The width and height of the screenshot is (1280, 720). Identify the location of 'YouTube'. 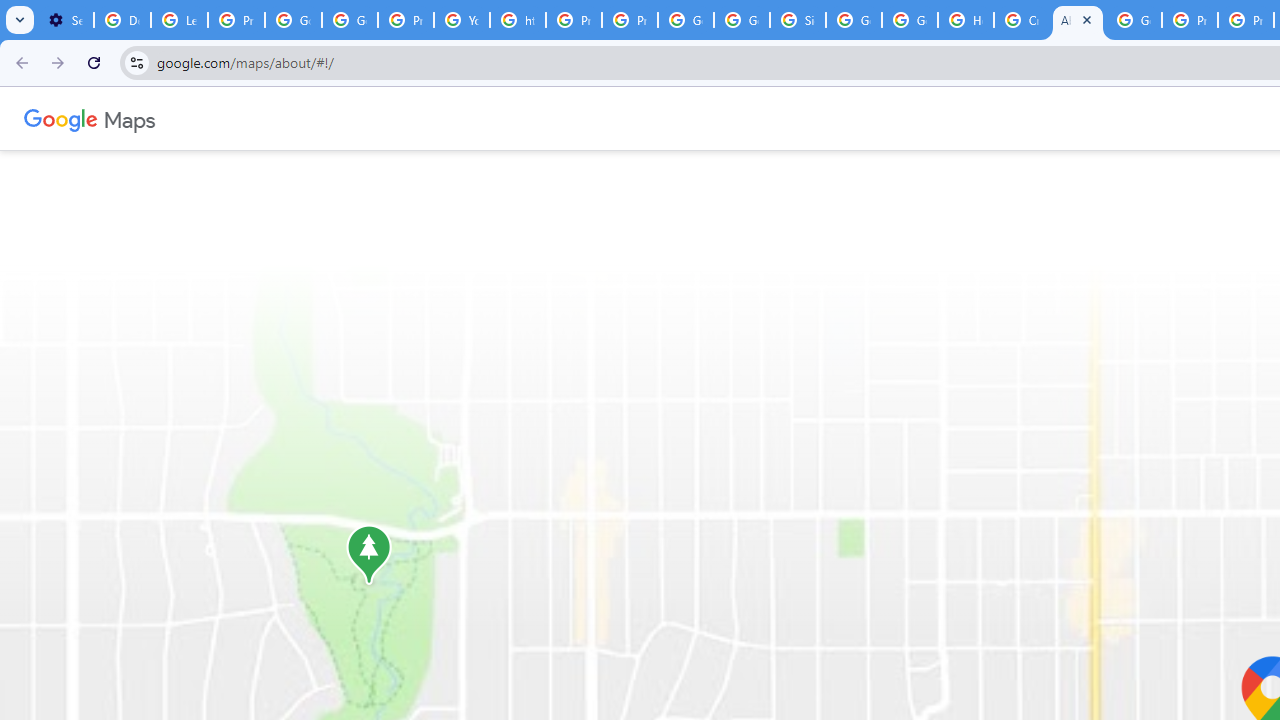
(461, 20).